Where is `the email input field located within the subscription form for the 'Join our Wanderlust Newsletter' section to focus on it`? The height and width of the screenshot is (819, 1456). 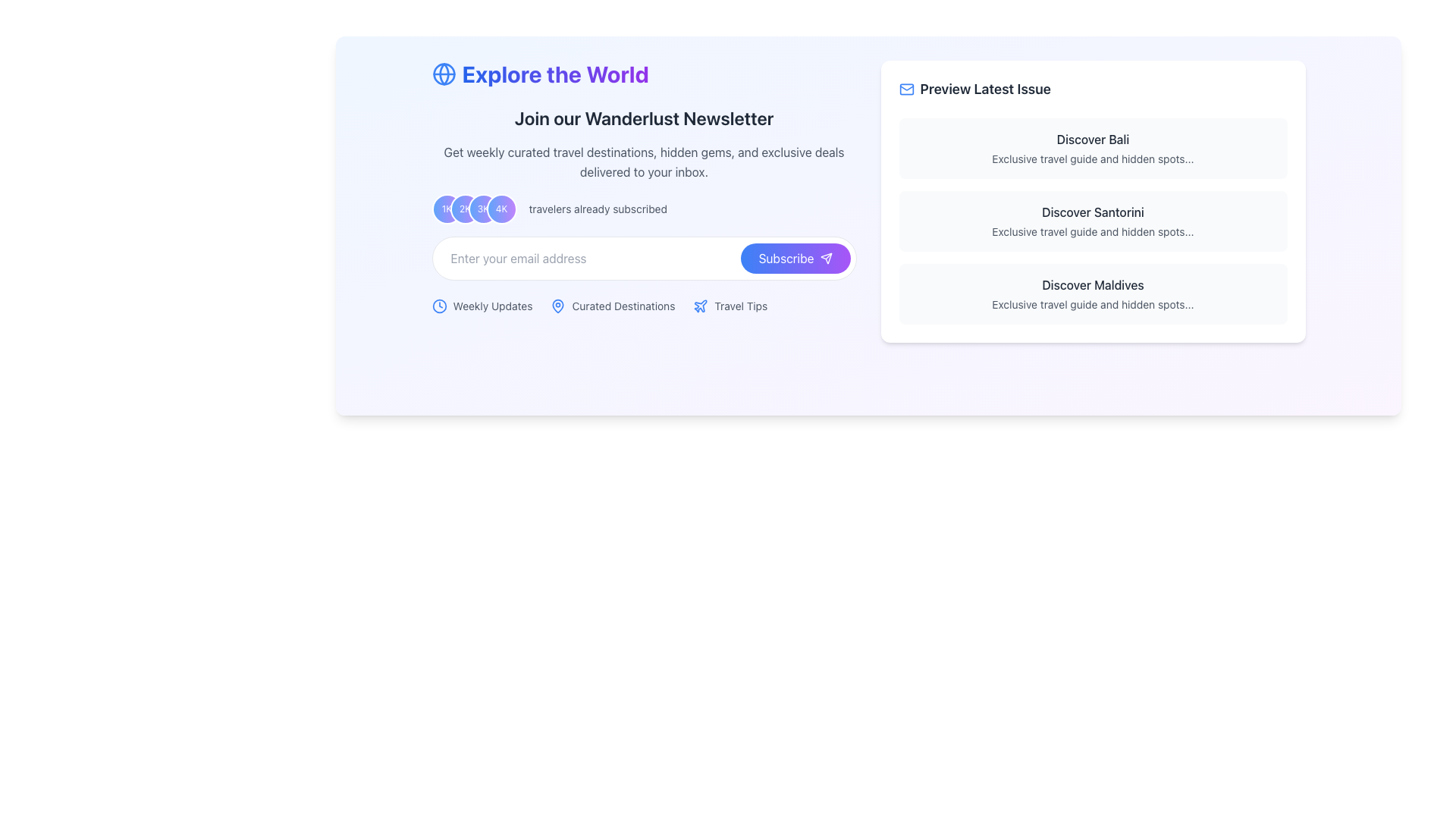
the email input field located within the subscription form for the 'Join our Wanderlust Newsletter' section to focus on it is located at coordinates (644, 257).